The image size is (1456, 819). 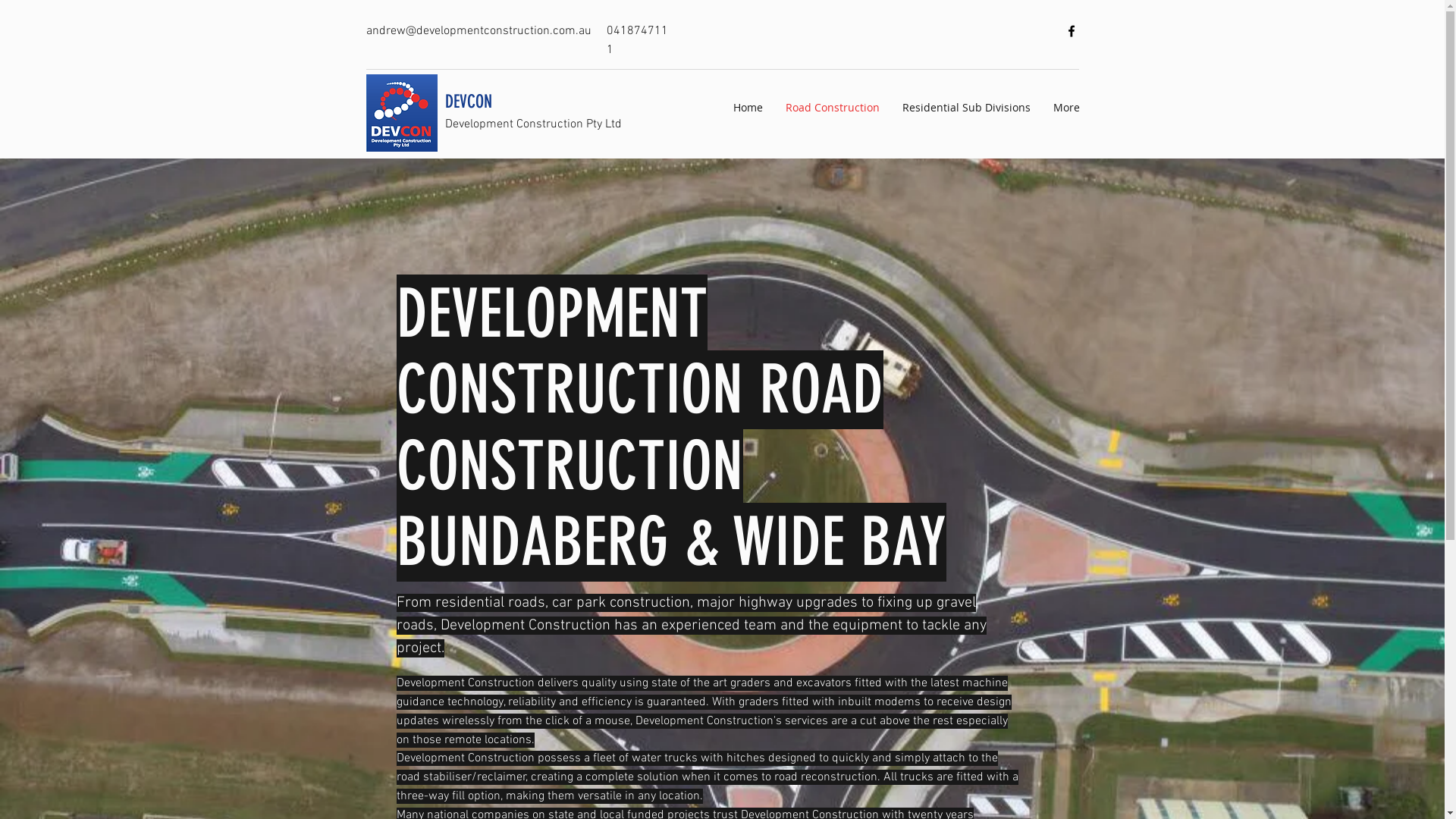 What do you see at coordinates (748, 107) in the screenshot?
I see `'Home'` at bounding box center [748, 107].